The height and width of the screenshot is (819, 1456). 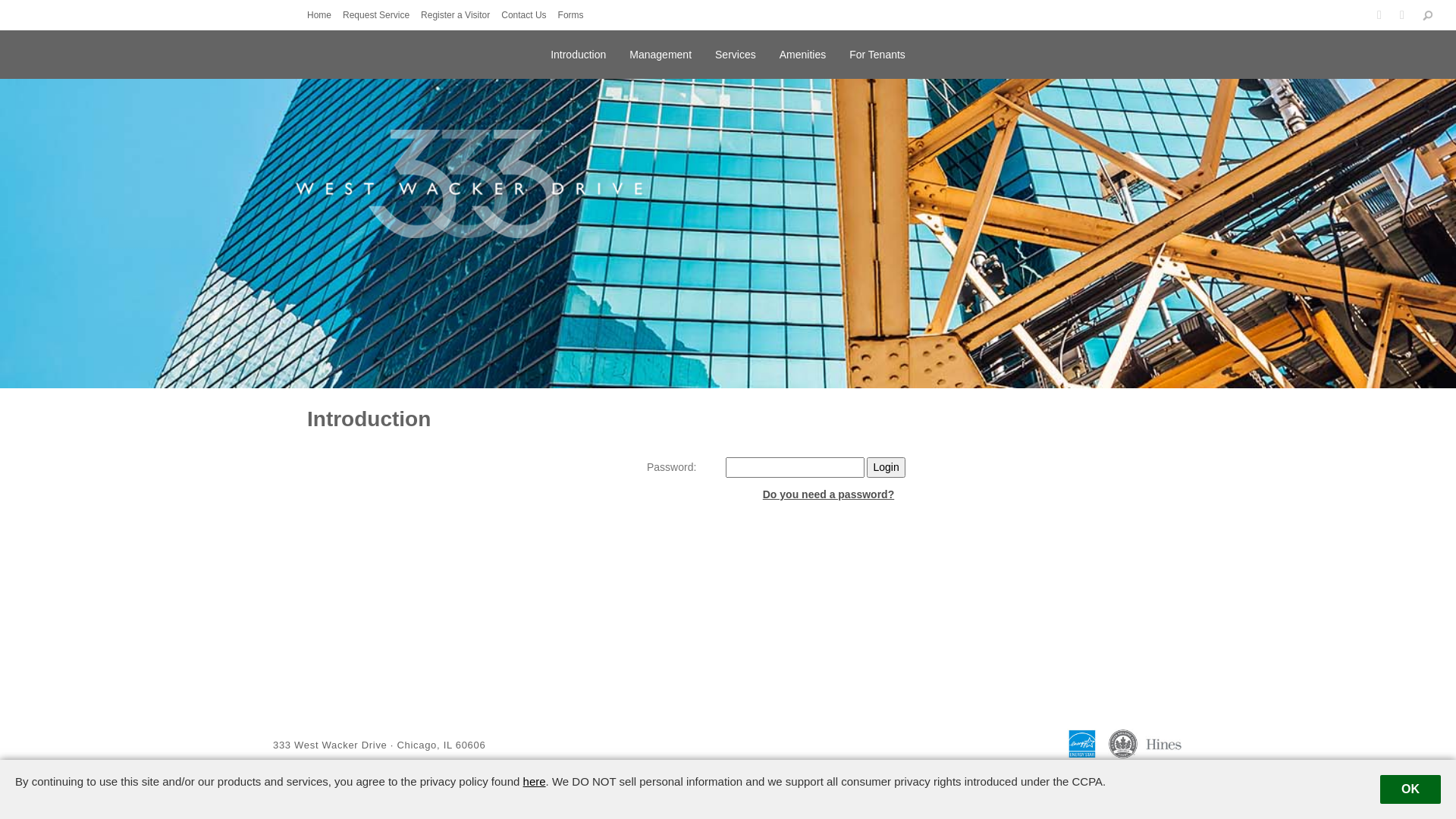 I want to click on 'Register a Visitor', so click(x=458, y=14).